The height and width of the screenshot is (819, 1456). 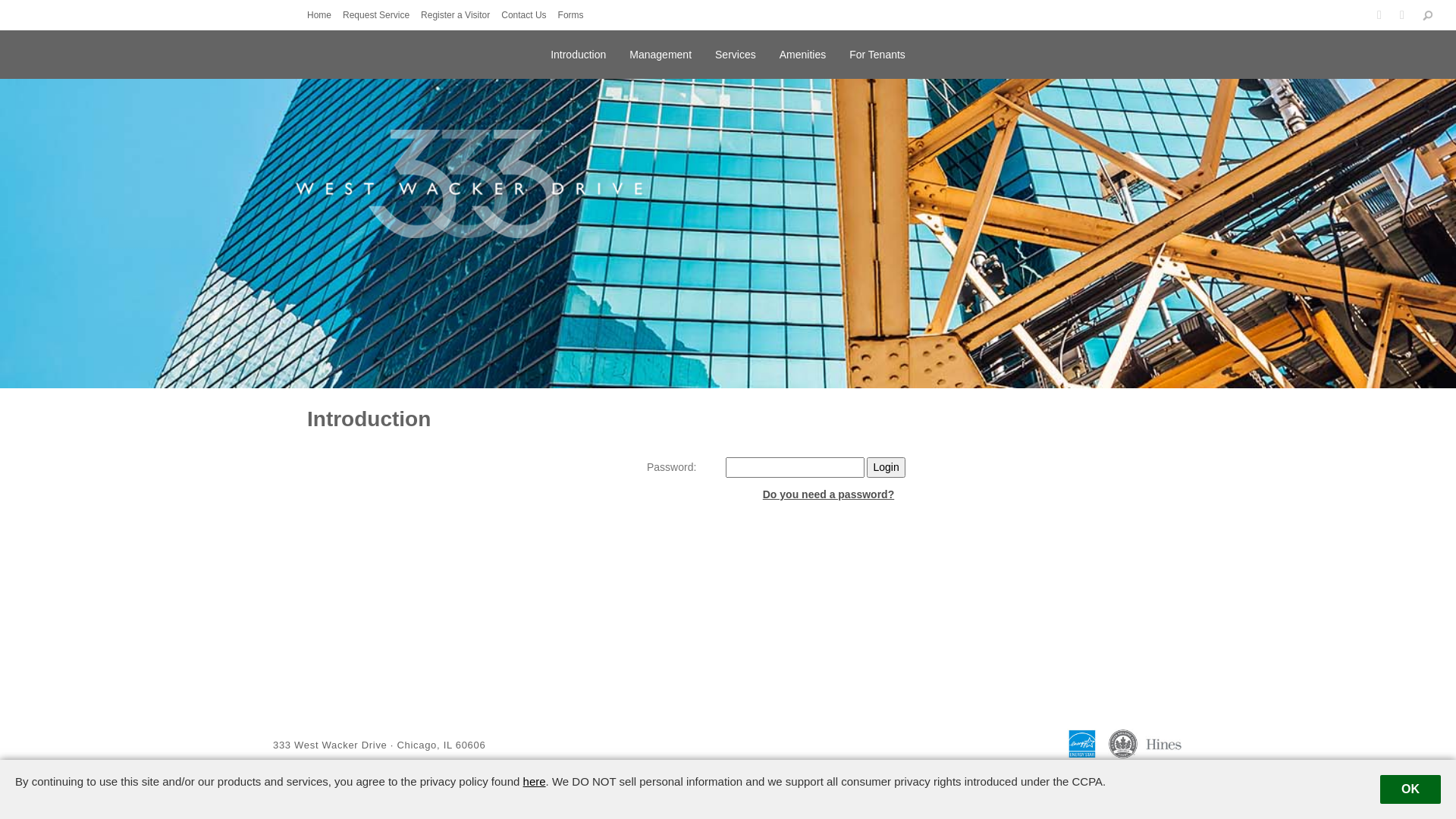 I want to click on 'Register a Visitor', so click(x=458, y=14).